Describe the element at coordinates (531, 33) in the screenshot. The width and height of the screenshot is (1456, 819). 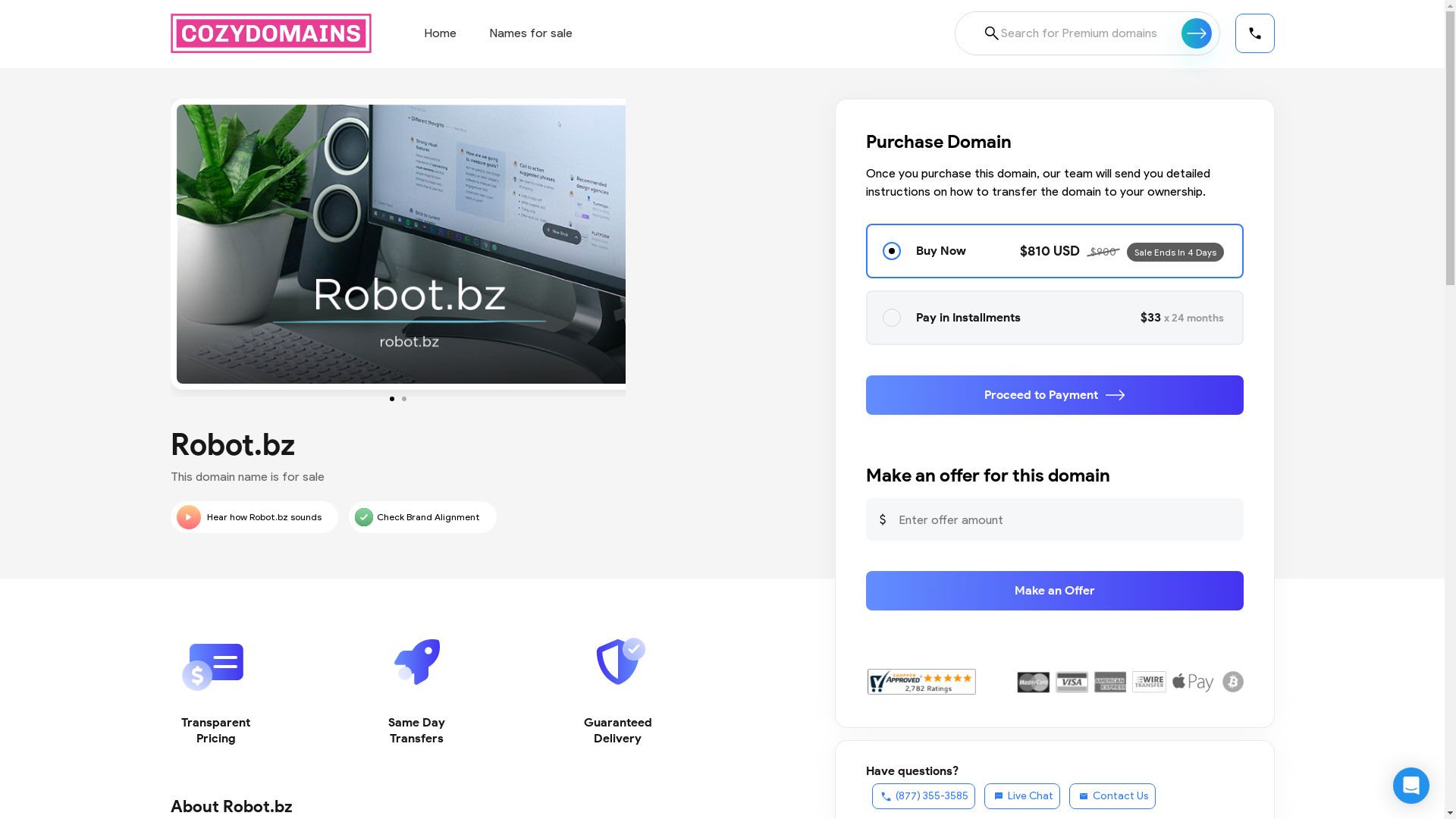
I see `'Names for sale'` at that location.